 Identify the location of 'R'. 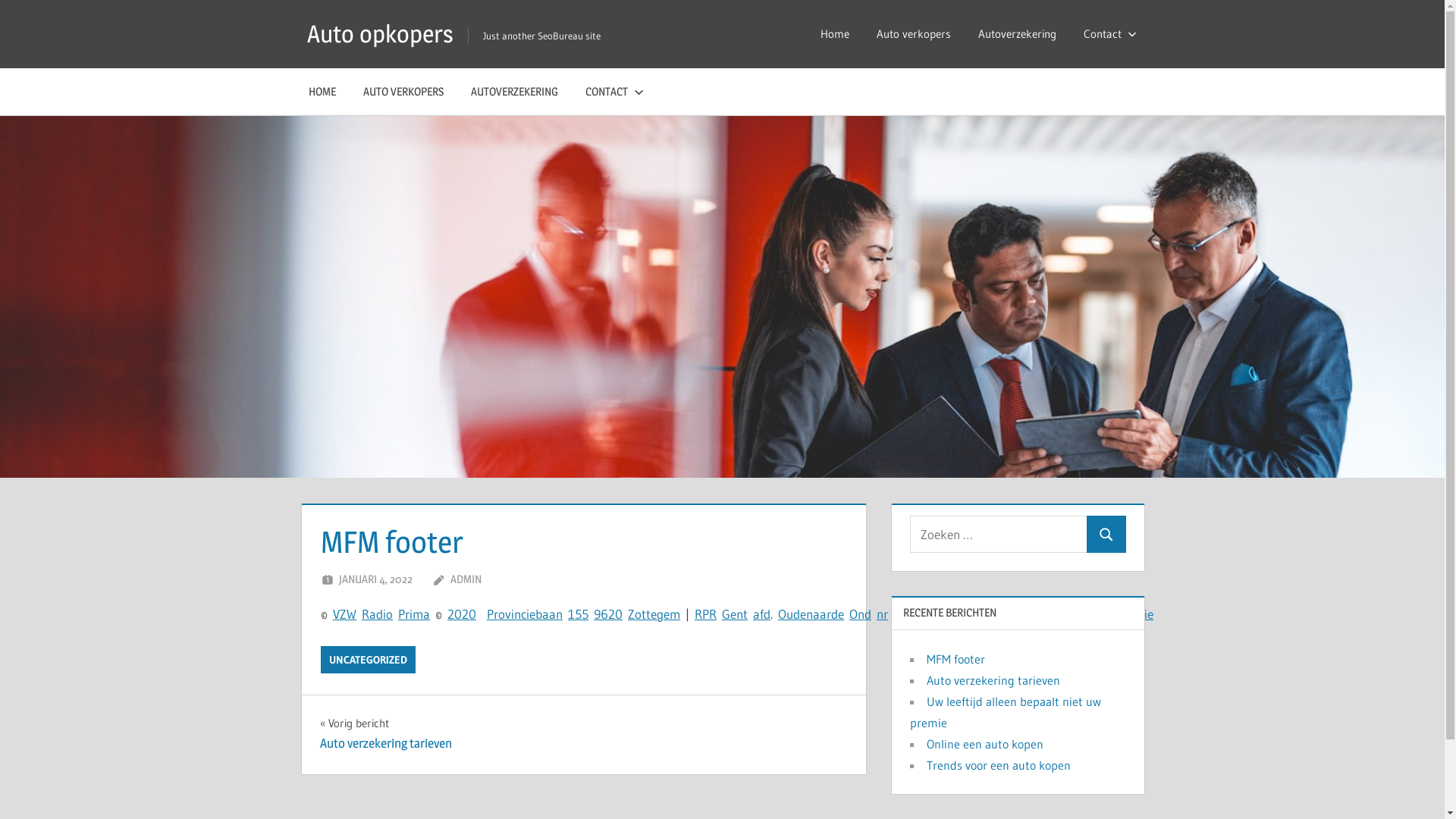
(712, 613).